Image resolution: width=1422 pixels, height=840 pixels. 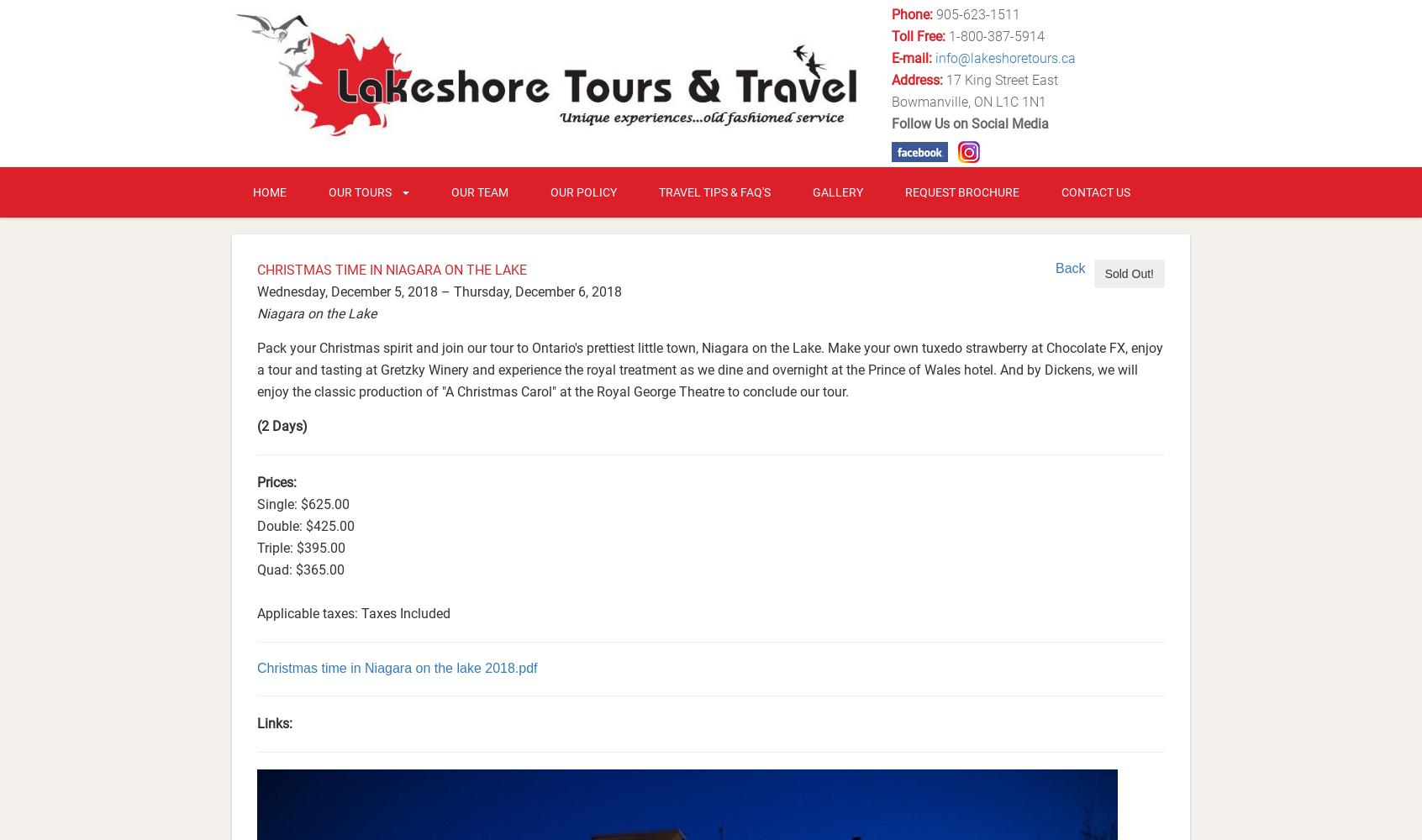 I want to click on 'Wednesday, December 5, 2018 – Thursday, December 6, 2018', so click(x=439, y=290).